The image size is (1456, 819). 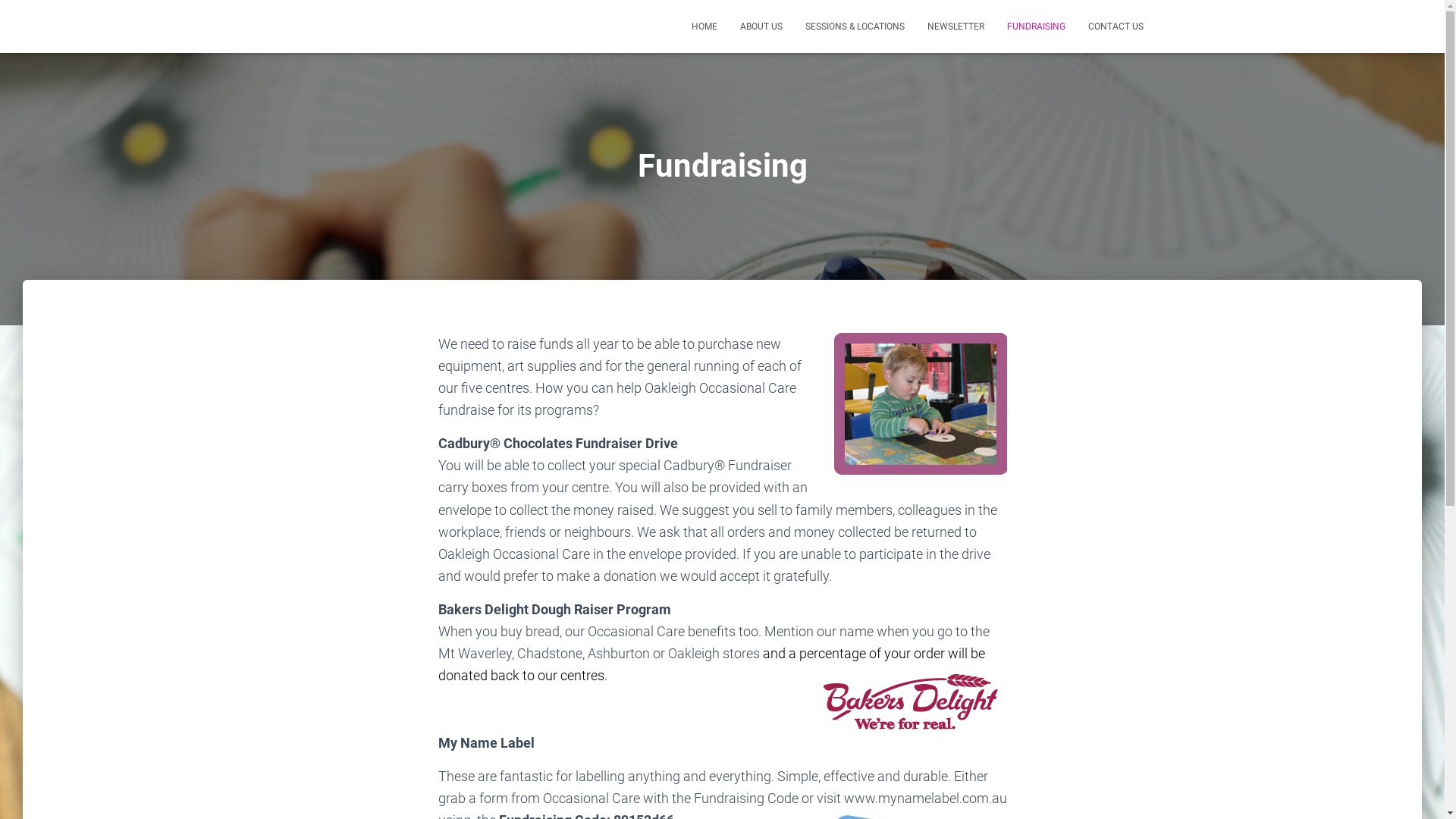 What do you see at coordinates (1116, 26) in the screenshot?
I see `'CONTACT US'` at bounding box center [1116, 26].